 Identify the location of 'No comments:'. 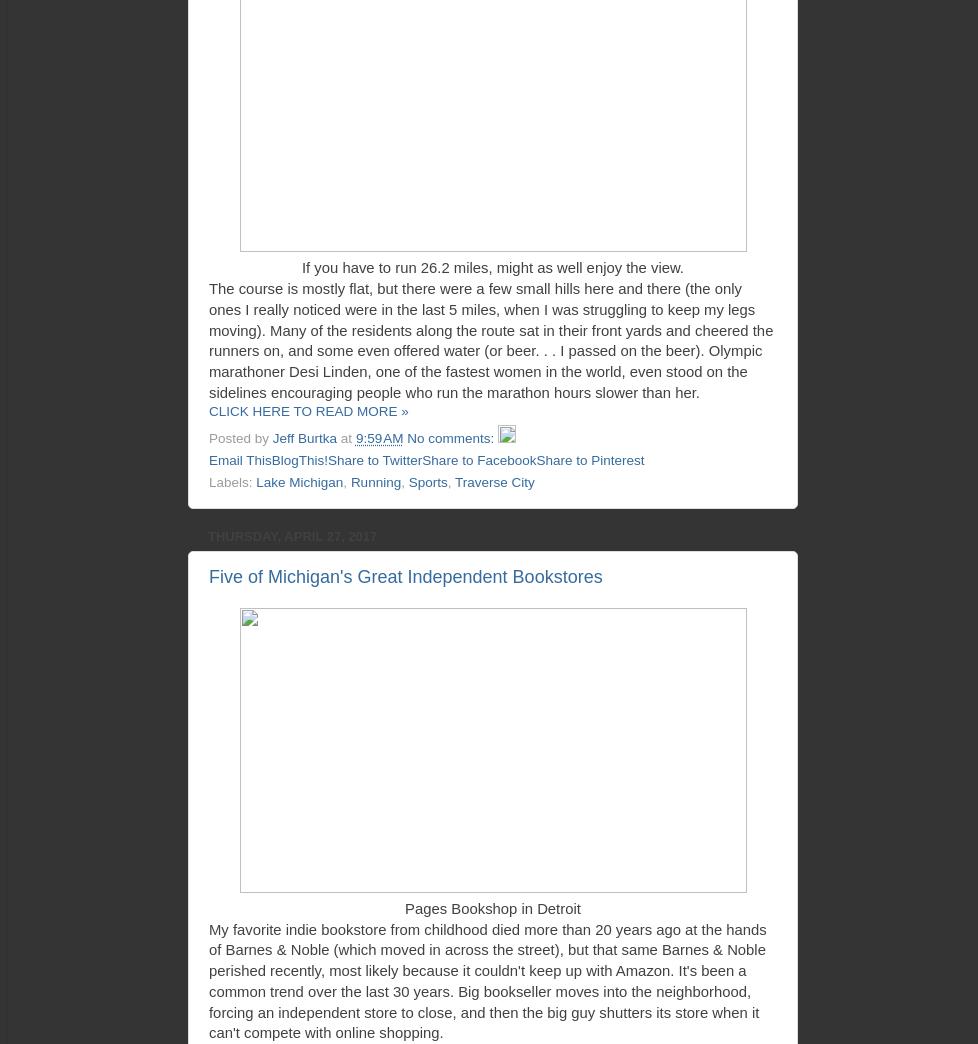
(451, 437).